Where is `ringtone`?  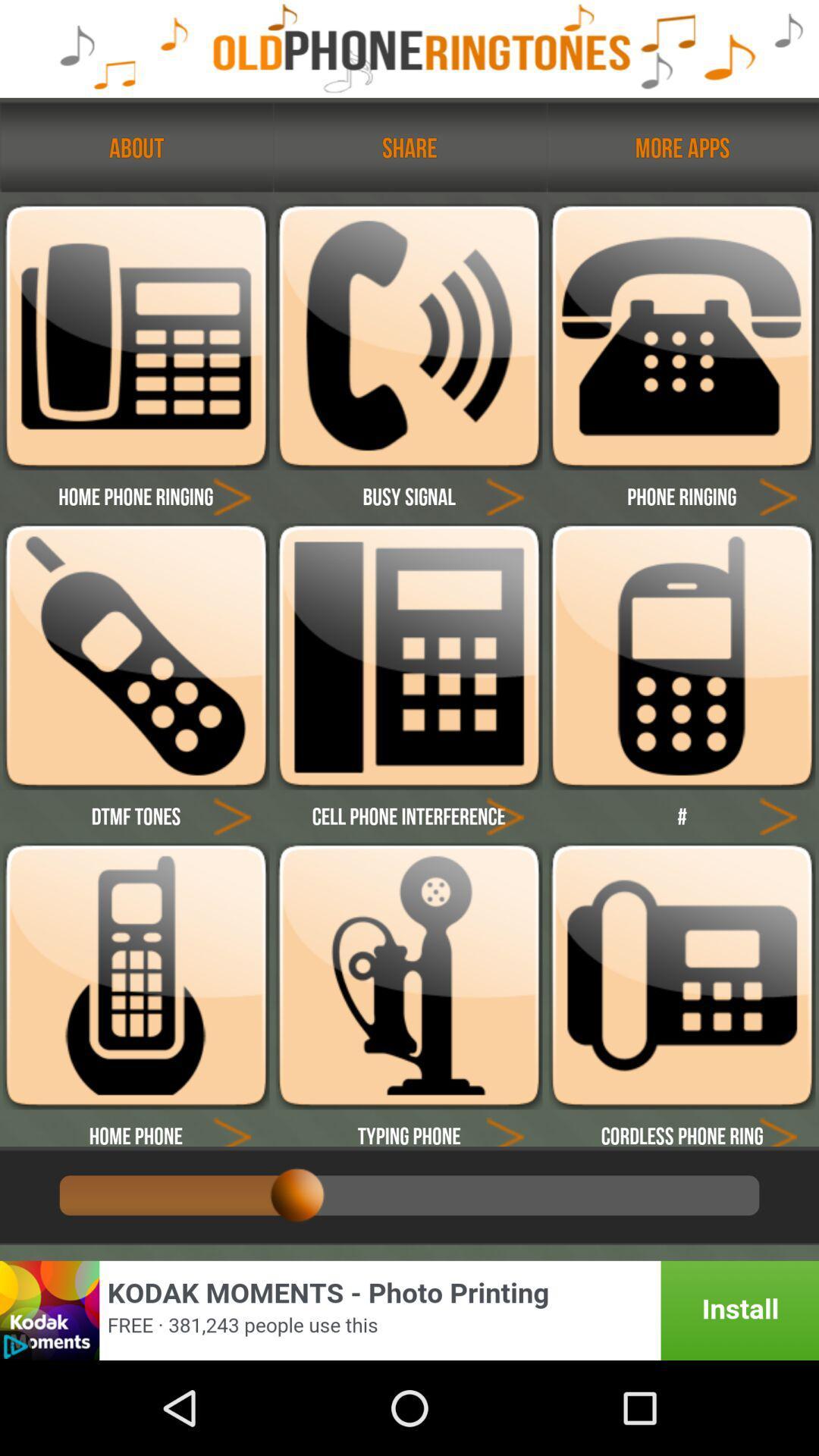
ringtone is located at coordinates (778, 496).